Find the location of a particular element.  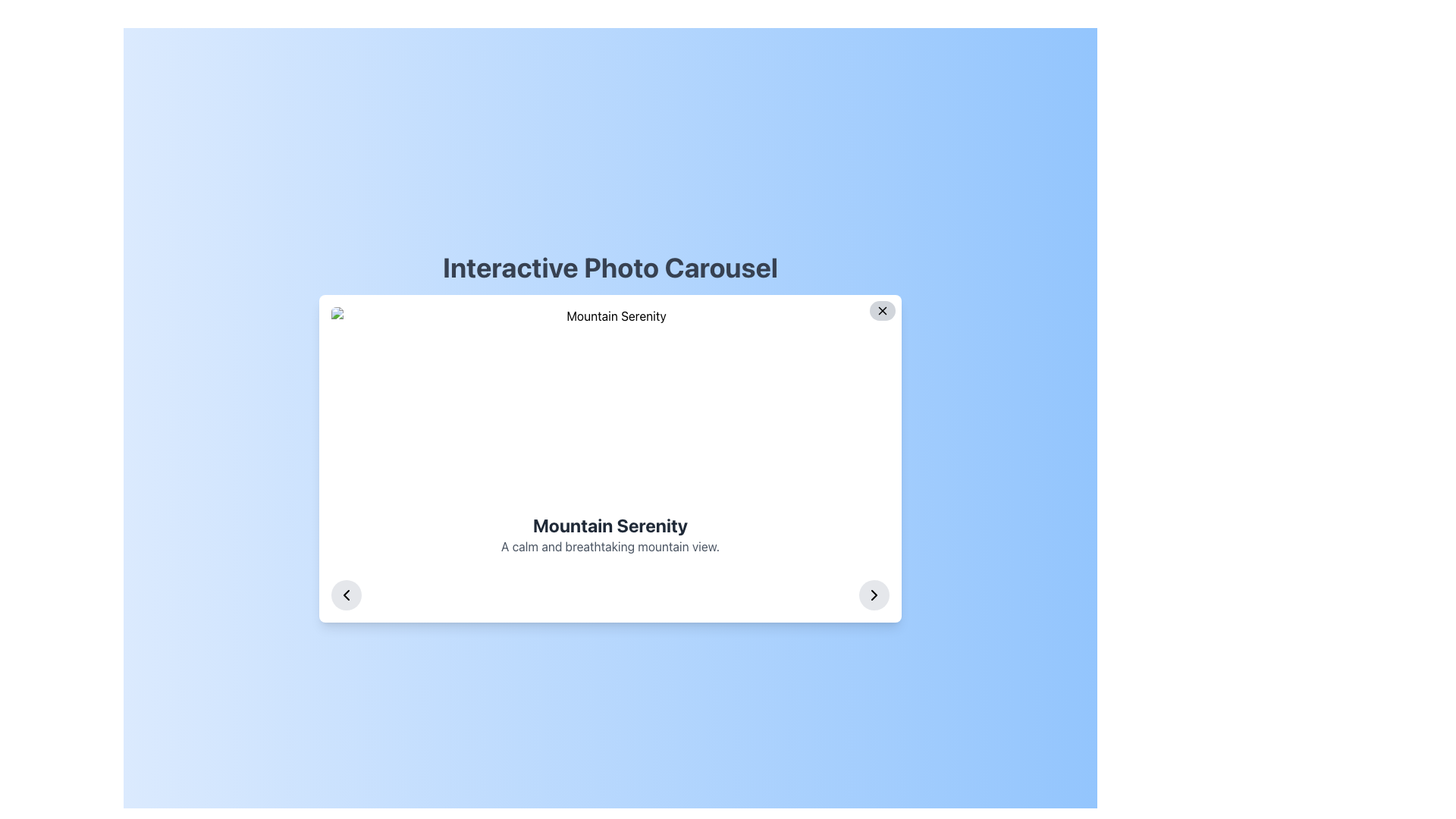

the close button represented by an 'X' icon within a circular button in the top-right corner of the 'Interactive Photo Carousel' dialog box to trigger hover effects is located at coordinates (882, 309).